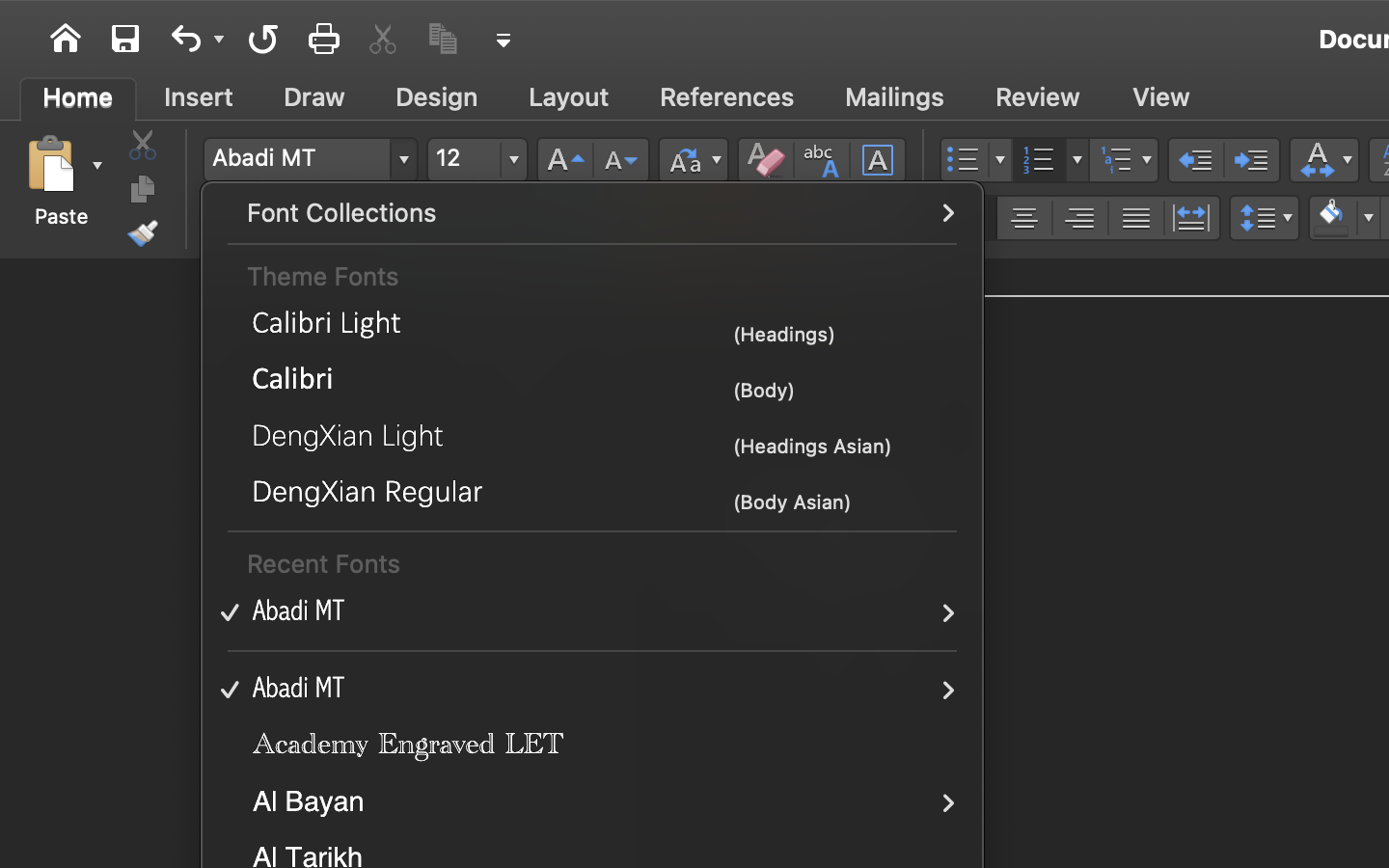 The width and height of the screenshot is (1389, 868). Describe the element at coordinates (477, 159) in the screenshot. I see `'12'` at that location.